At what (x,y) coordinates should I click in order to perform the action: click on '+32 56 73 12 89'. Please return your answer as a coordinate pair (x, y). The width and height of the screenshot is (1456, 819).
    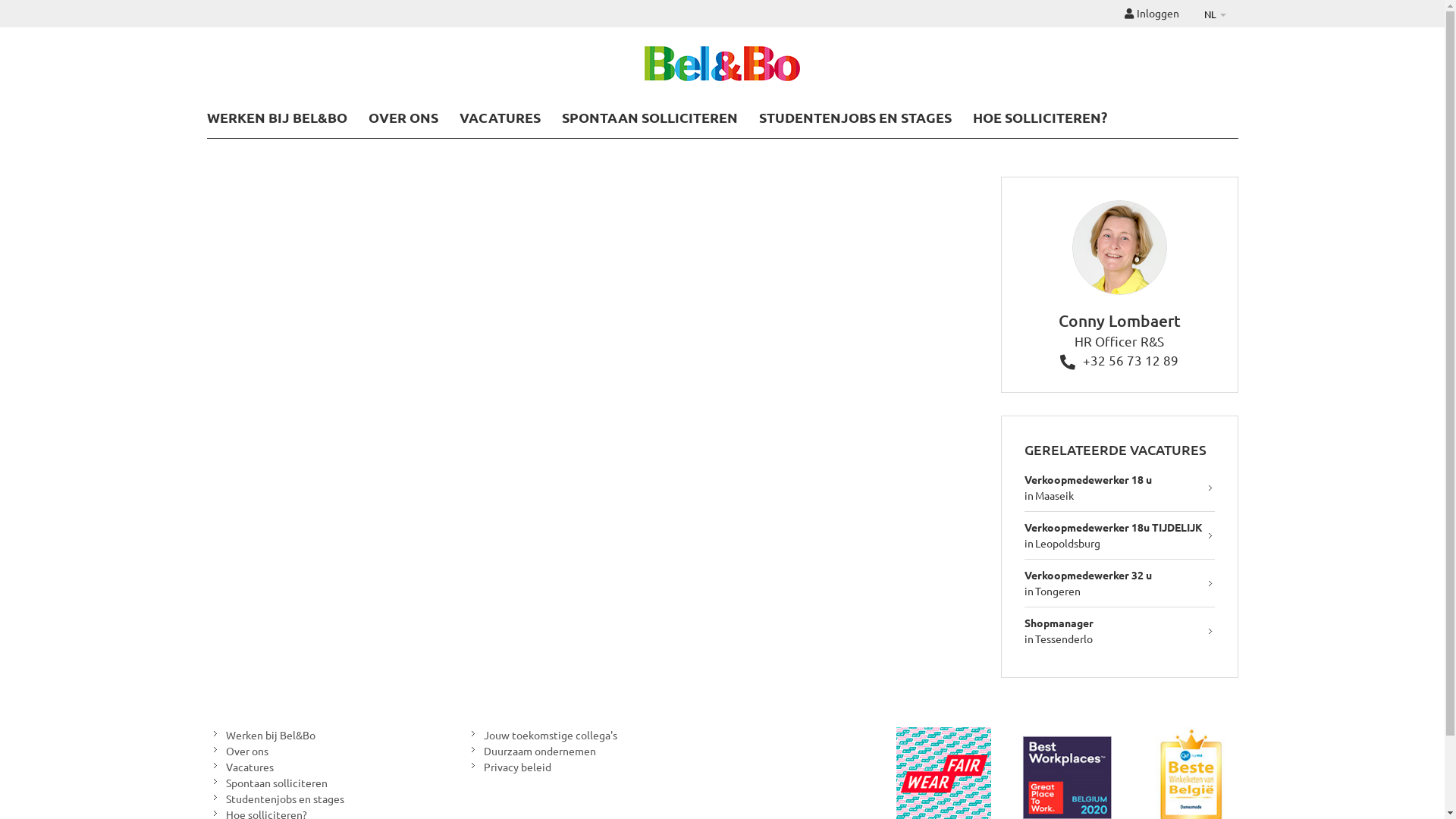
    Looking at the image, I should click on (1119, 359).